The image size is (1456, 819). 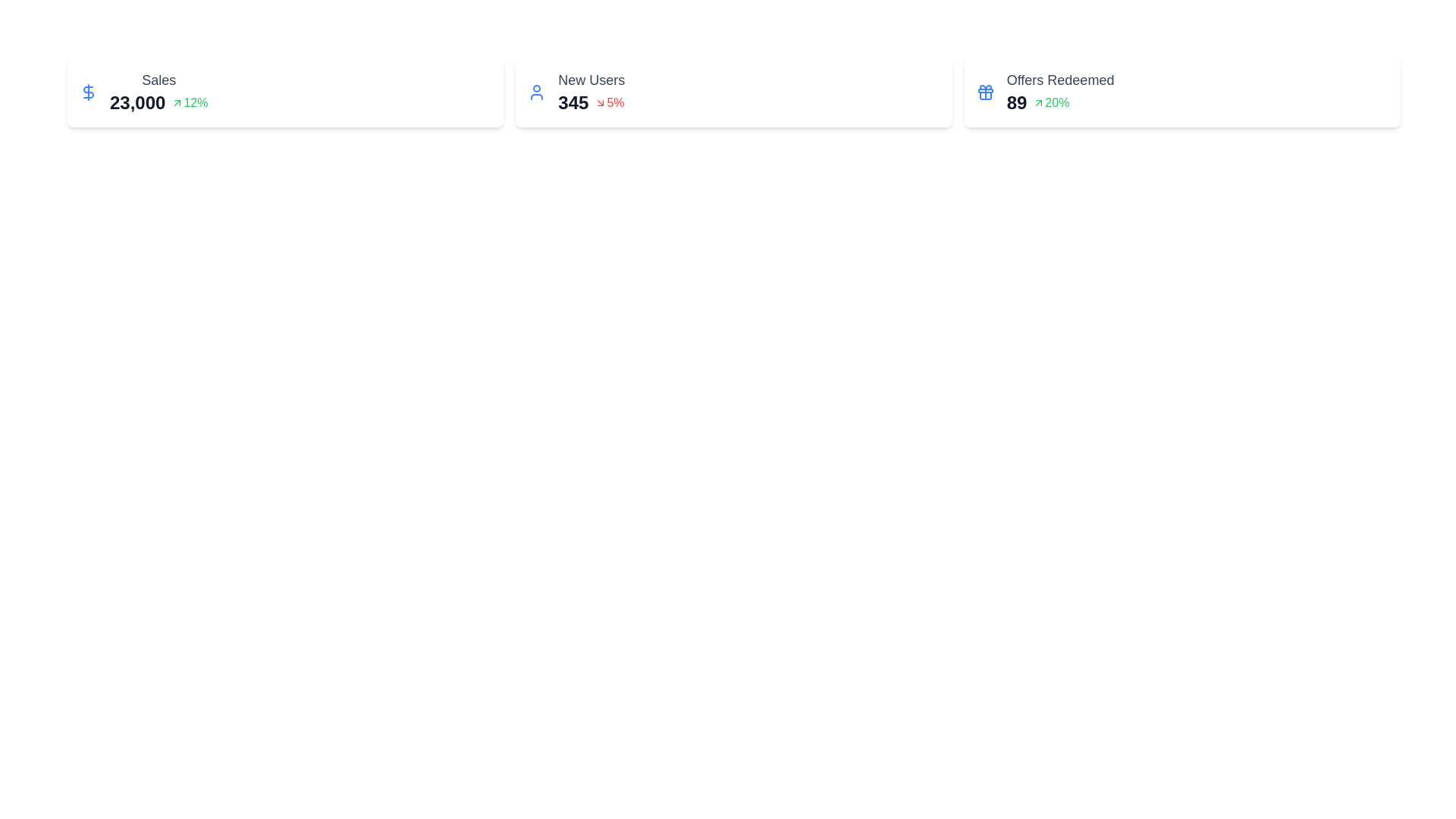 What do you see at coordinates (87, 93) in the screenshot?
I see `the blue dollar sign icon located in a white rounded box, positioned before the 'Sales' text and numeric data` at bounding box center [87, 93].